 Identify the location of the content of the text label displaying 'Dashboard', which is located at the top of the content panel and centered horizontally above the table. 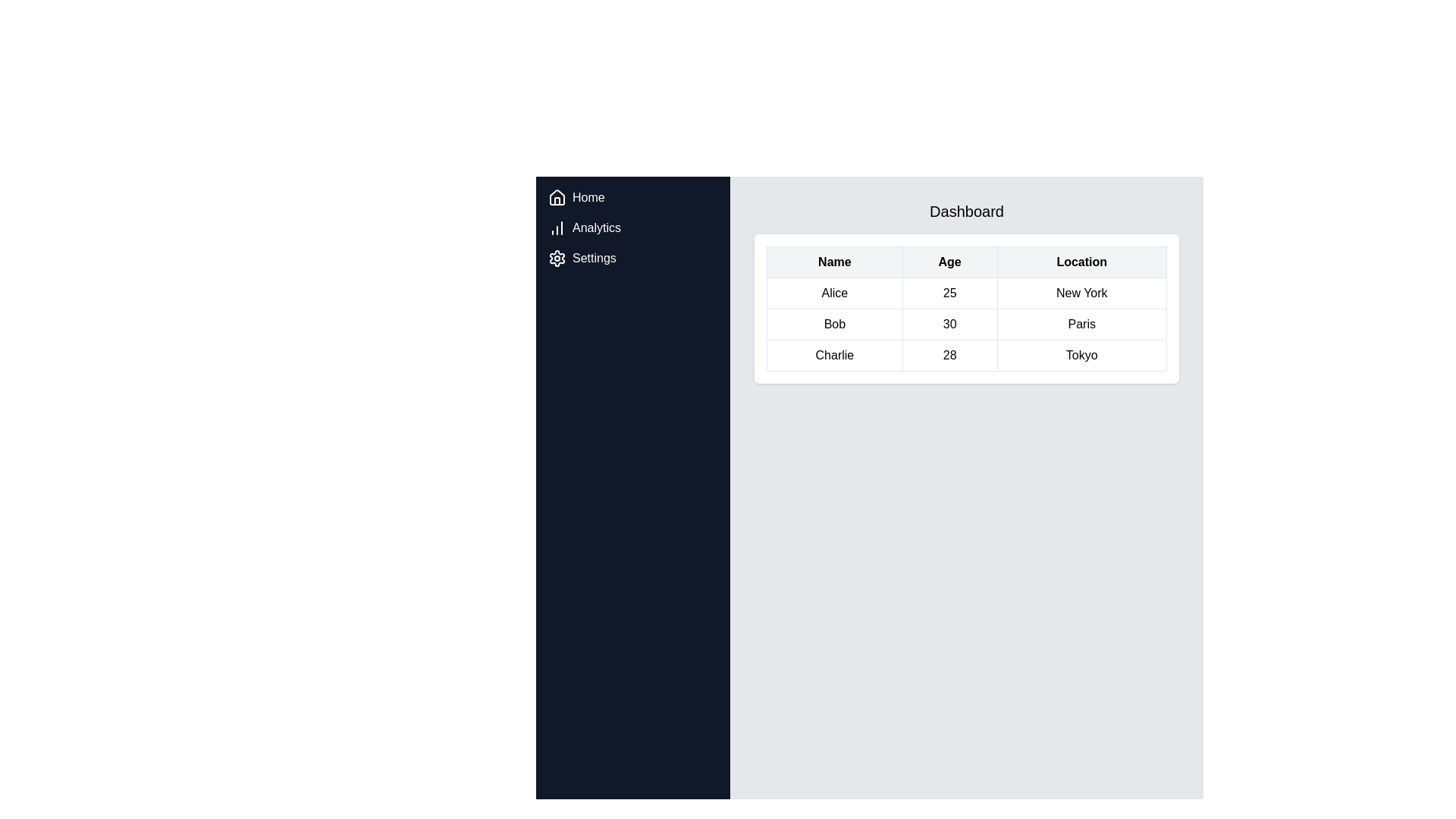
(966, 211).